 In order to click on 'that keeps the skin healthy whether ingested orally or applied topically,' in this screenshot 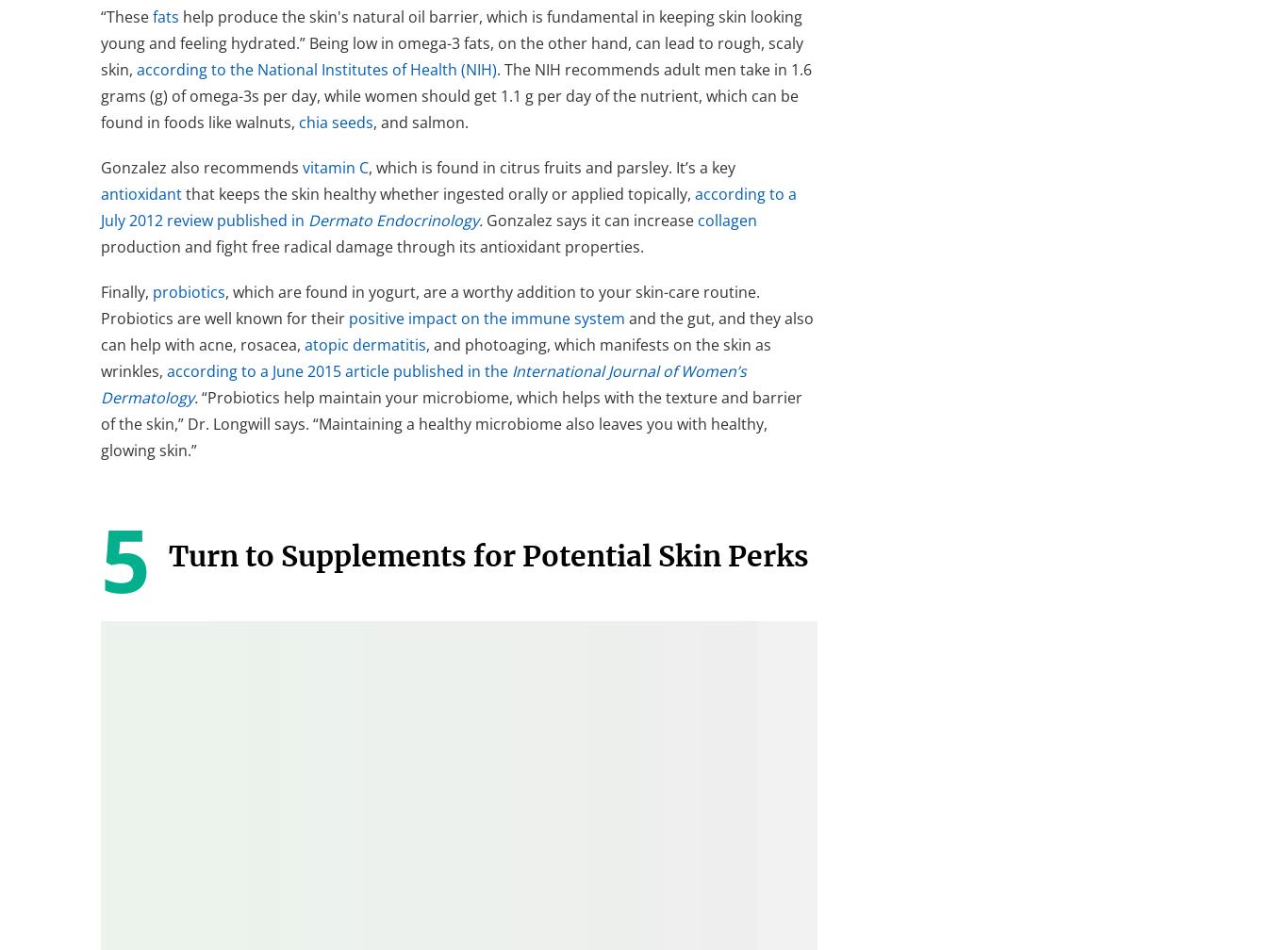, I will do `click(438, 193)`.